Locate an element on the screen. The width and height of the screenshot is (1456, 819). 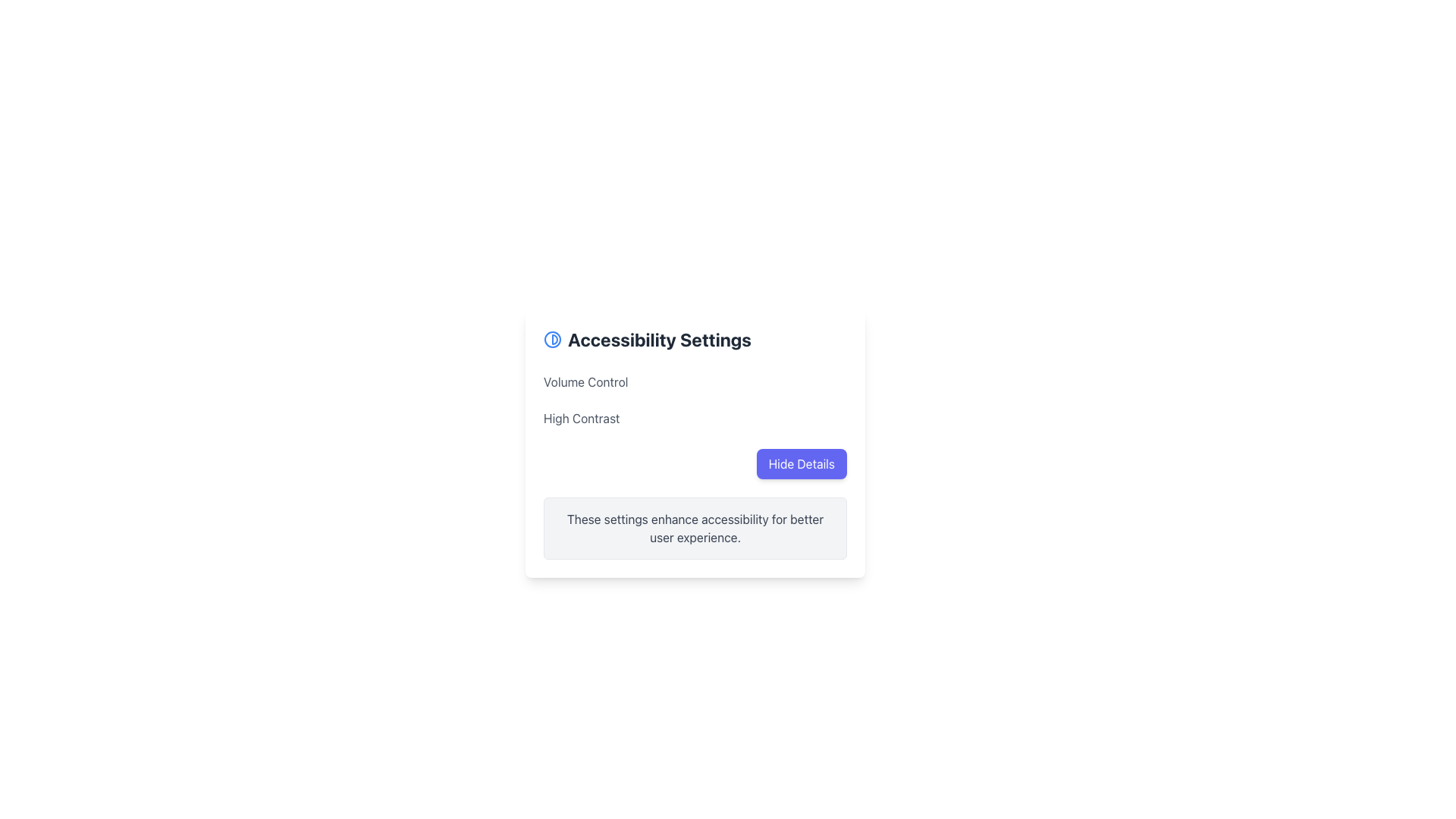
the 'Accessibility Settings' title, which is a bold and large text element located at the top of a white card layout, accompanied by a small icon on the left is located at coordinates (694, 338).